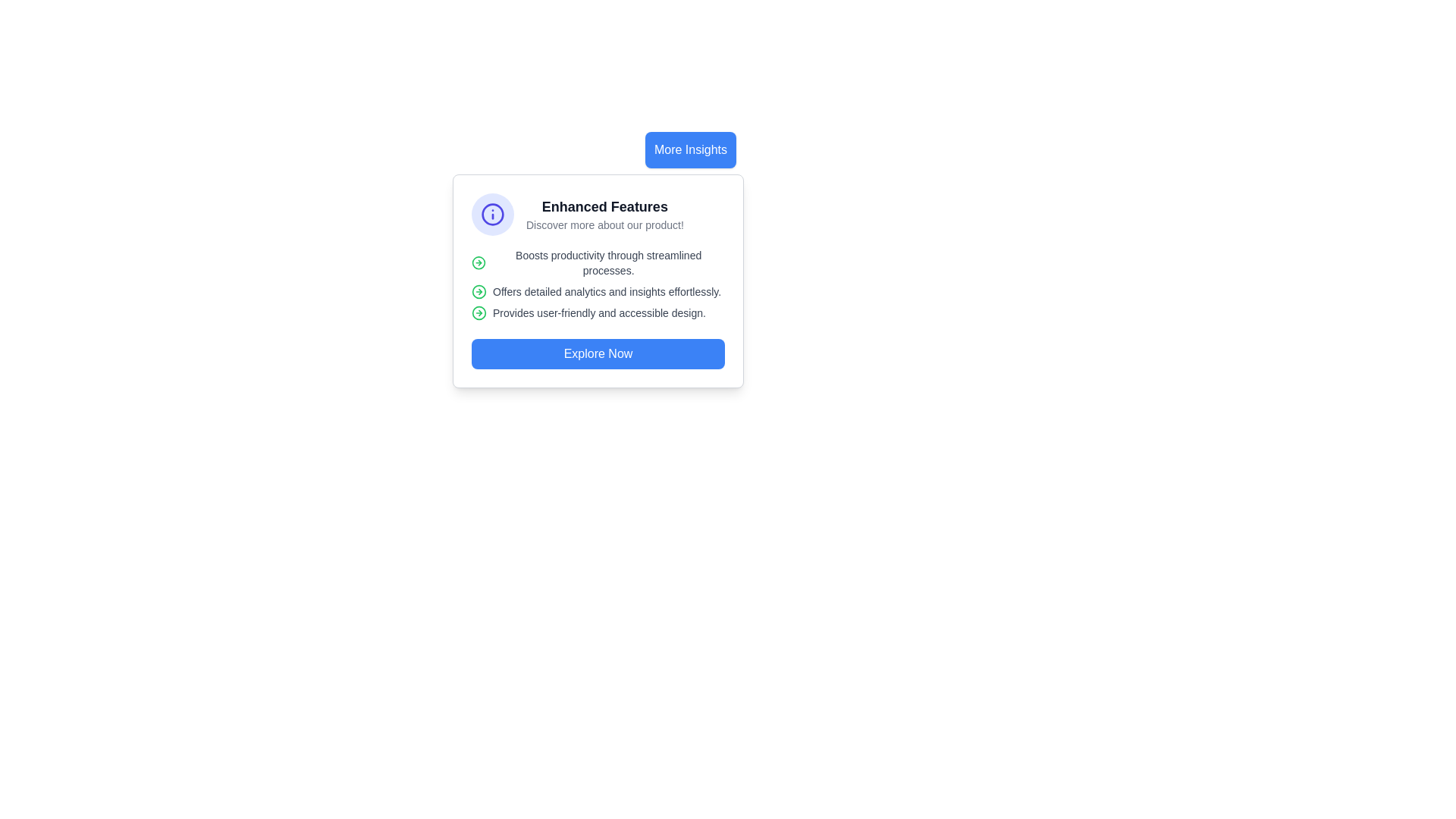 Image resolution: width=1456 pixels, height=819 pixels. I want to click on the hollow green circular SVG graphic located within the circular arrow icon to the left of the 'Enhanced Features' card, so click(479, 312).